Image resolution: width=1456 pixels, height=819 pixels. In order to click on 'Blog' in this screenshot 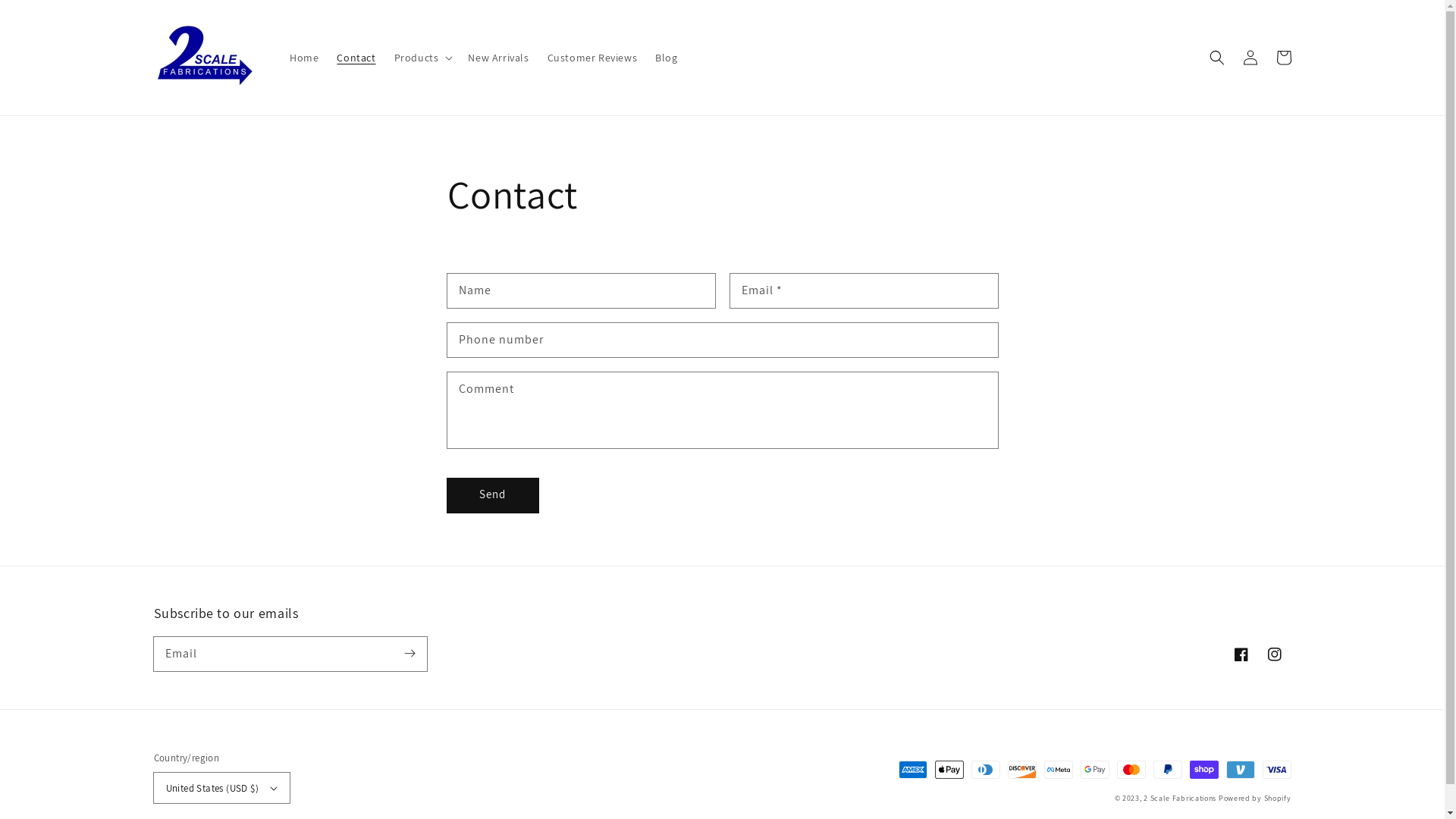, I will do `click(645, 57)`.